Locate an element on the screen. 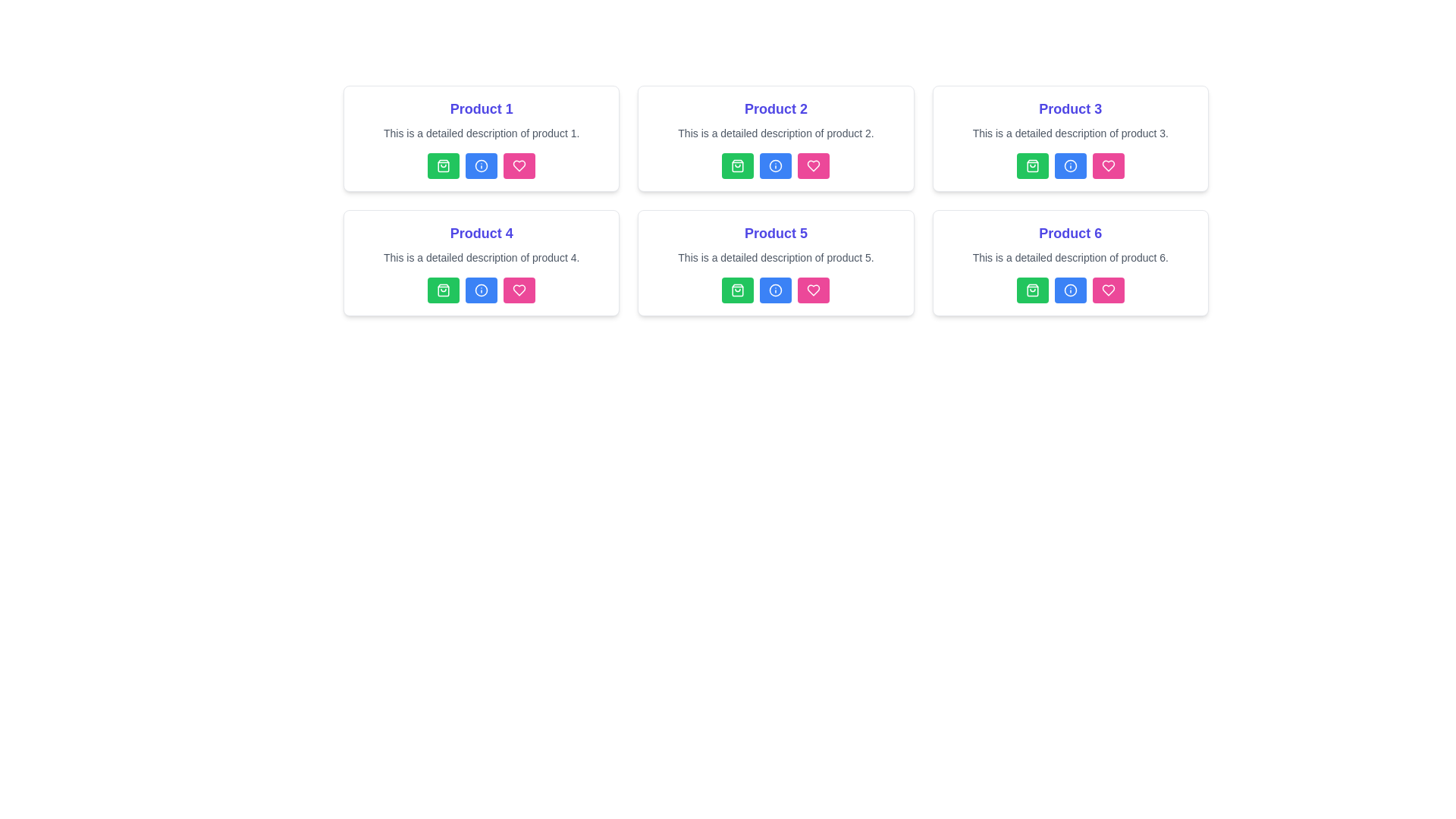 Image resolution: width=1456 pixels, height=819 pixels. the circular blue icon with a white border containing a lowercase 'i' for information, located in the control panel under the 'Product 1' section is located at coordinates (481, 166).